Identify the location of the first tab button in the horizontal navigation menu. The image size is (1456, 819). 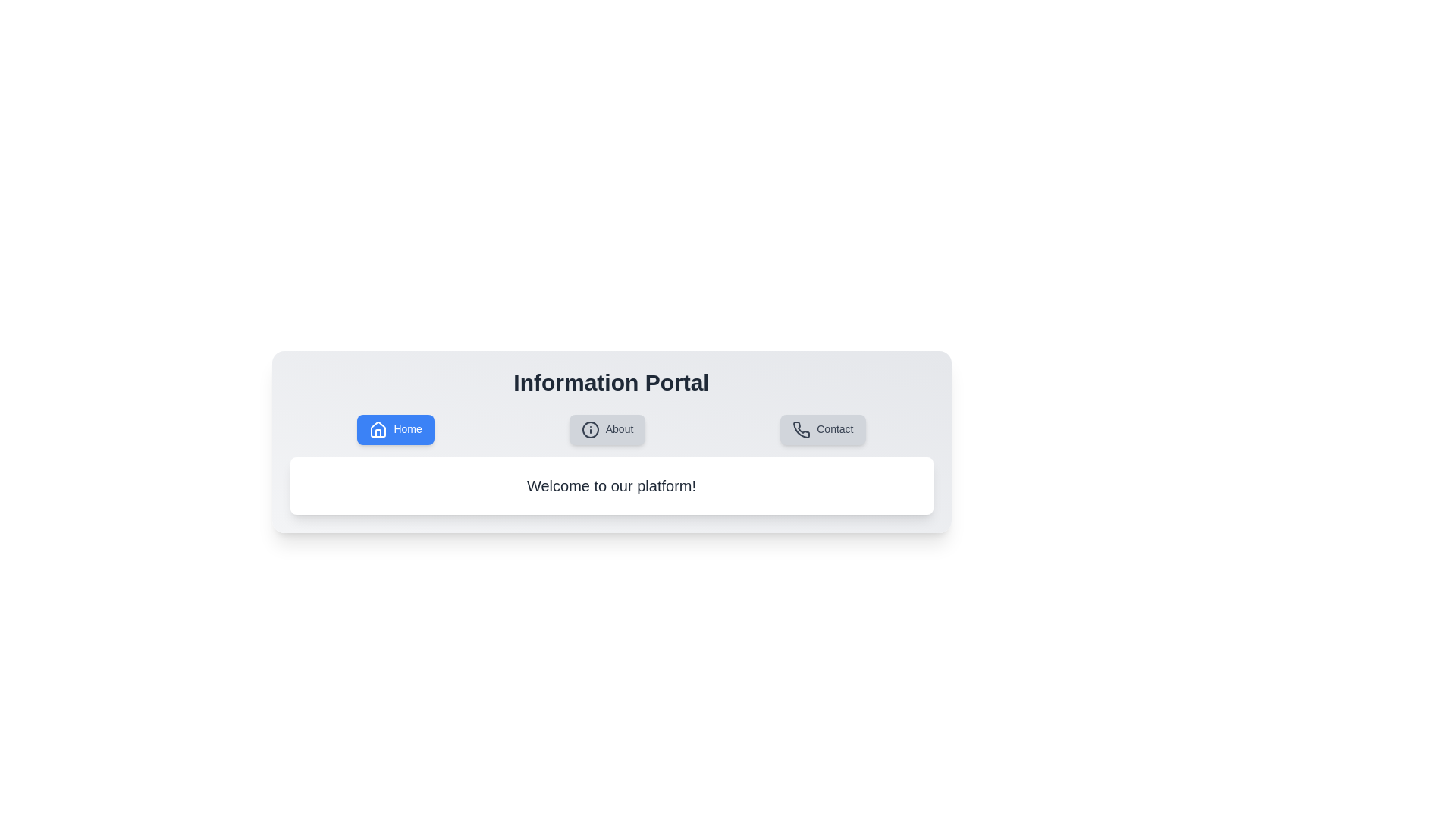
(396, 430).